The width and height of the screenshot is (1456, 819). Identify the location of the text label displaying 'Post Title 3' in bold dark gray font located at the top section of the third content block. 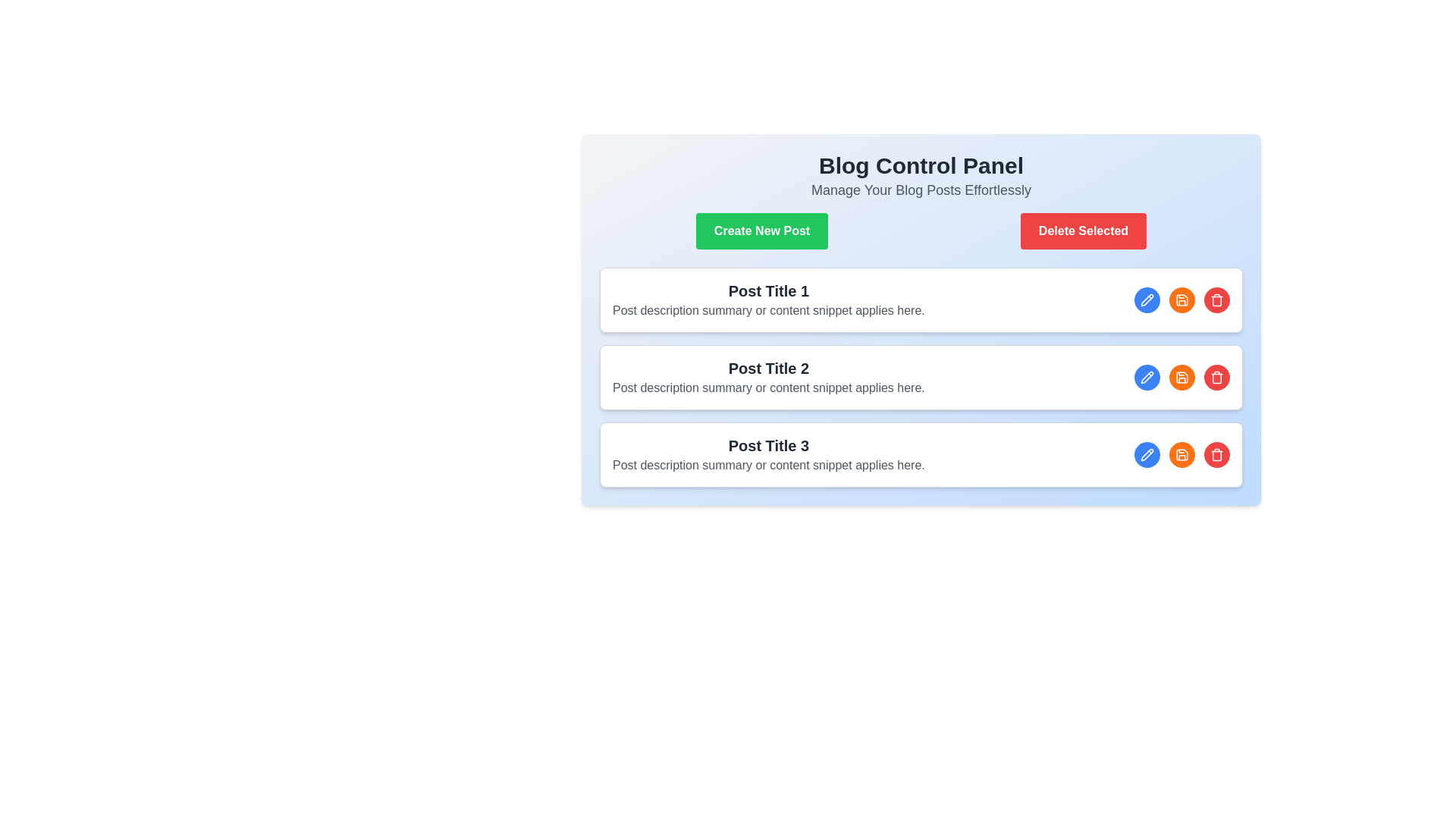
(768, 444).